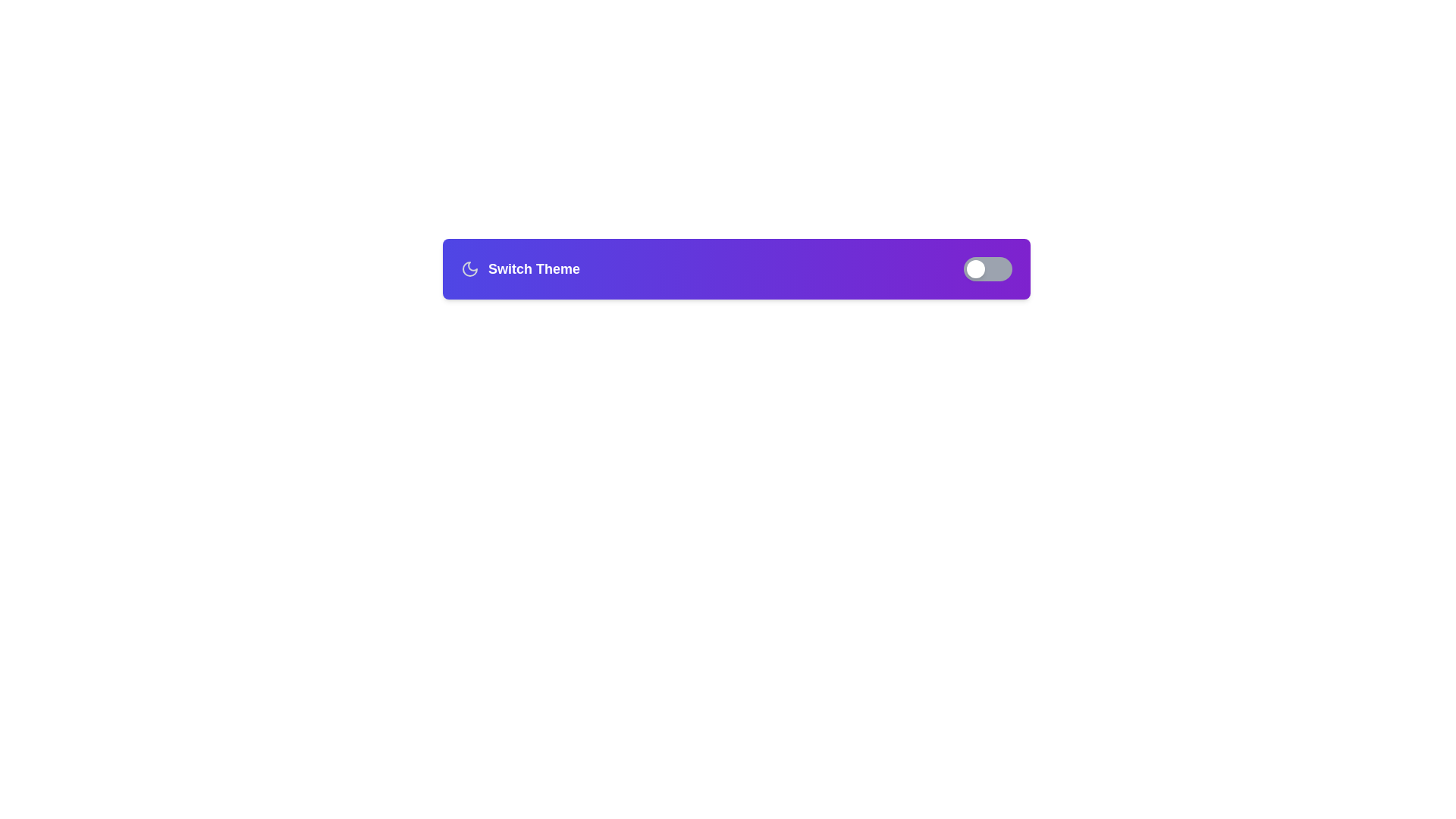  Describe the element at coordinates (469, 268) in the screenshot. I see `the crescent moon icon outlined in light gray` at that location.